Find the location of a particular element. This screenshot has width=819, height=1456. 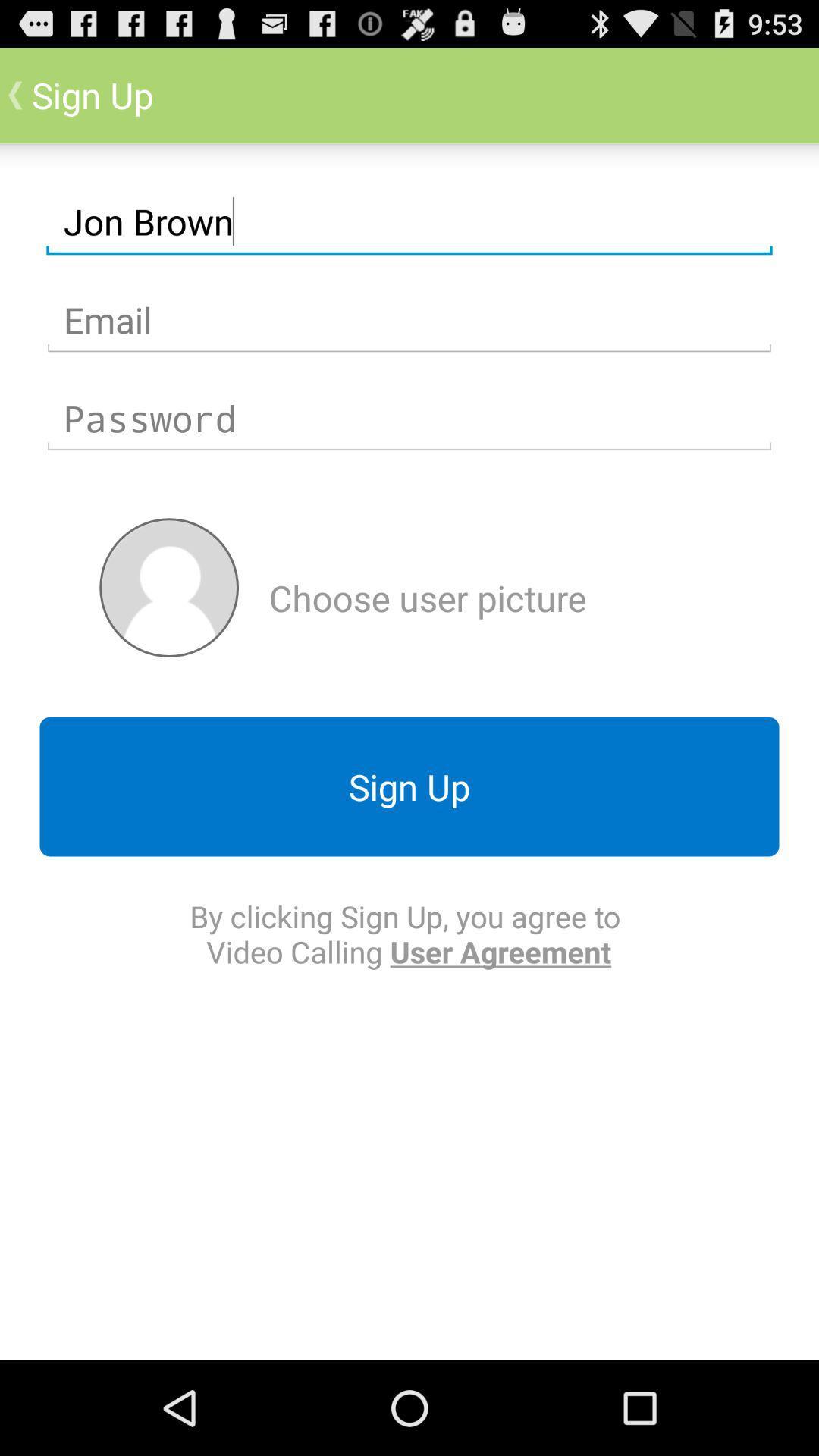

password is located at coordinates (409, 419).